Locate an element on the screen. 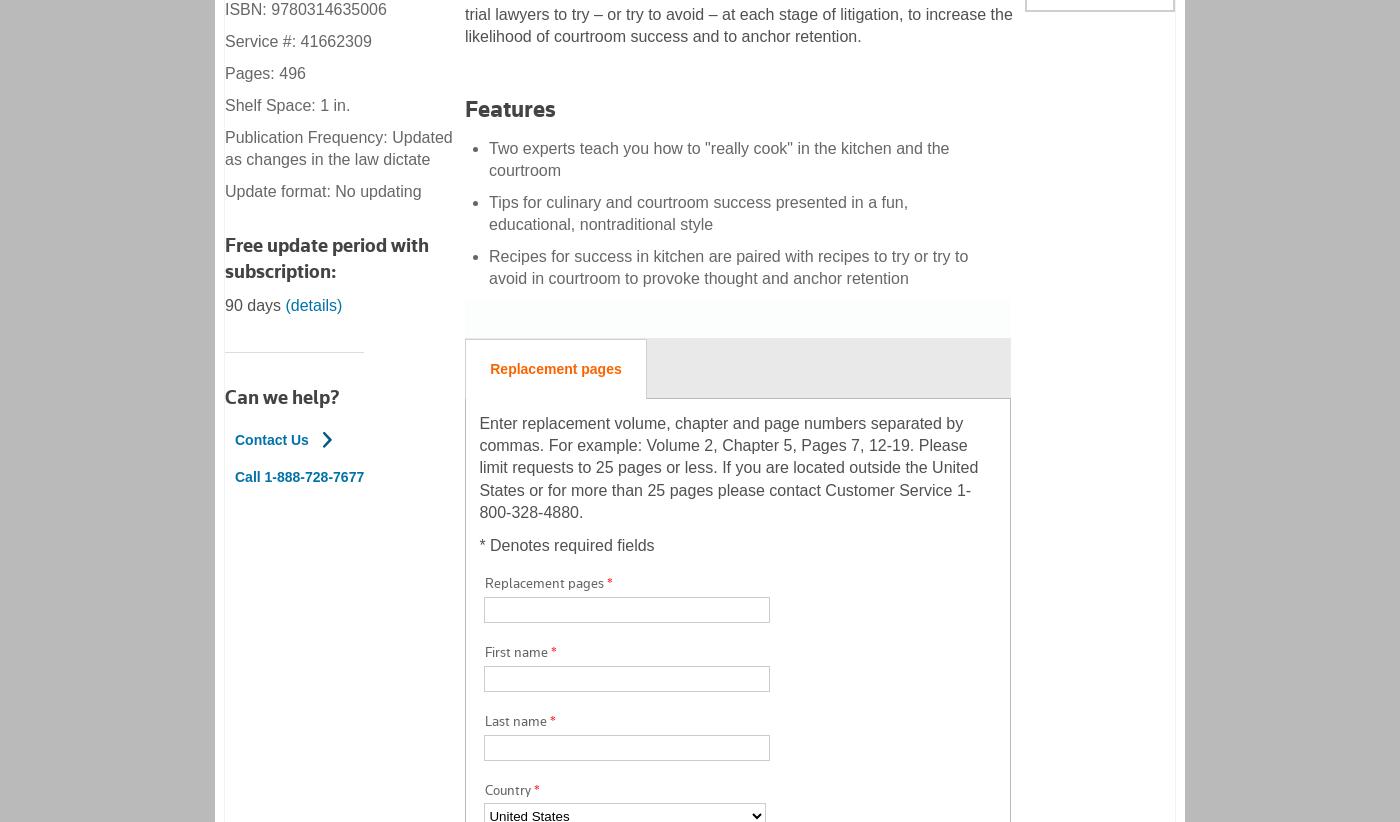 This screenshot has height=822, width=1400. '* Denotes required fields' is located at coordinates (566, 544).